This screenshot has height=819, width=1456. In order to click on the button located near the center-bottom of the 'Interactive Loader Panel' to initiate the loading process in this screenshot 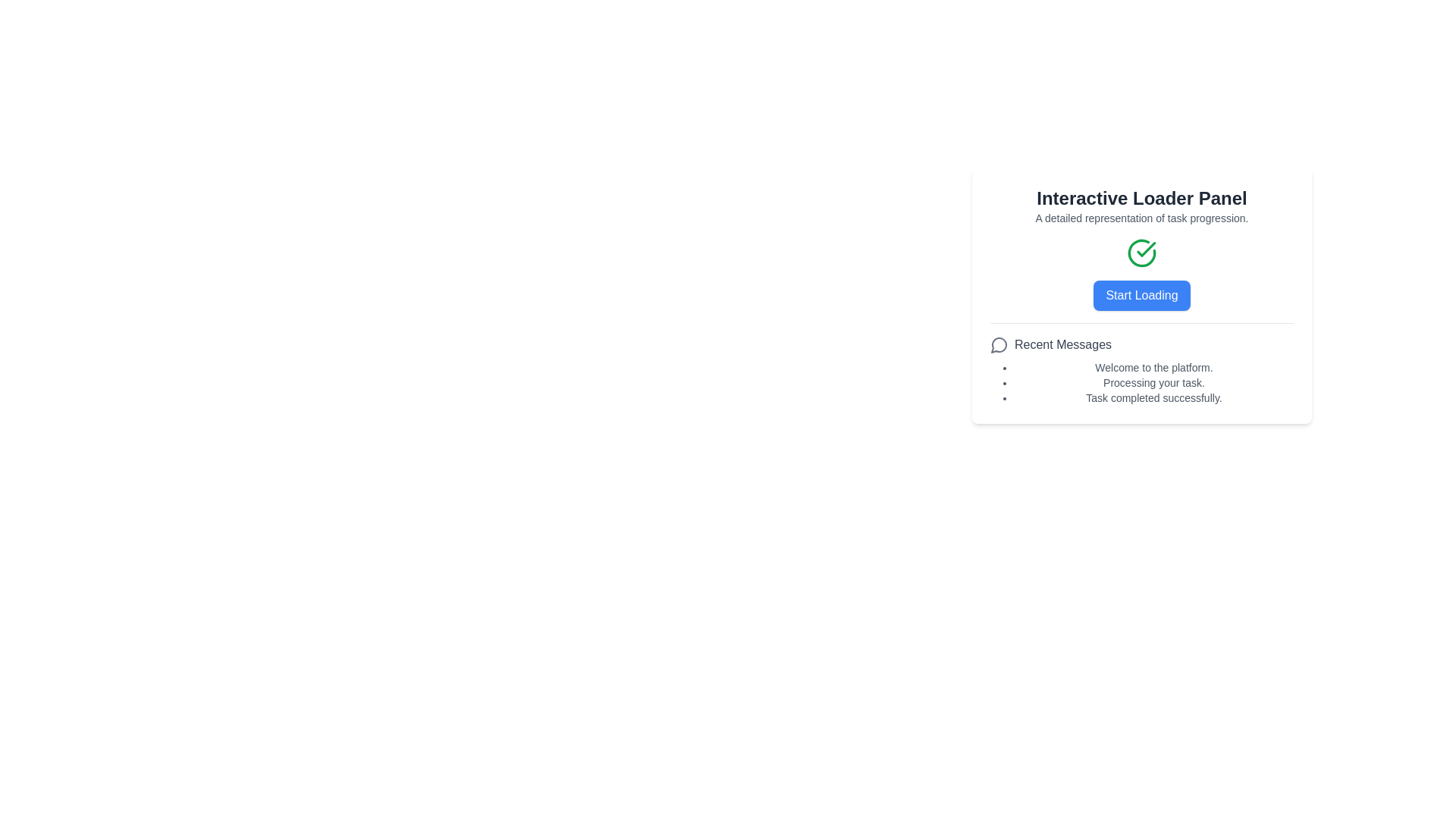, I will do `click(1142, 295)`.